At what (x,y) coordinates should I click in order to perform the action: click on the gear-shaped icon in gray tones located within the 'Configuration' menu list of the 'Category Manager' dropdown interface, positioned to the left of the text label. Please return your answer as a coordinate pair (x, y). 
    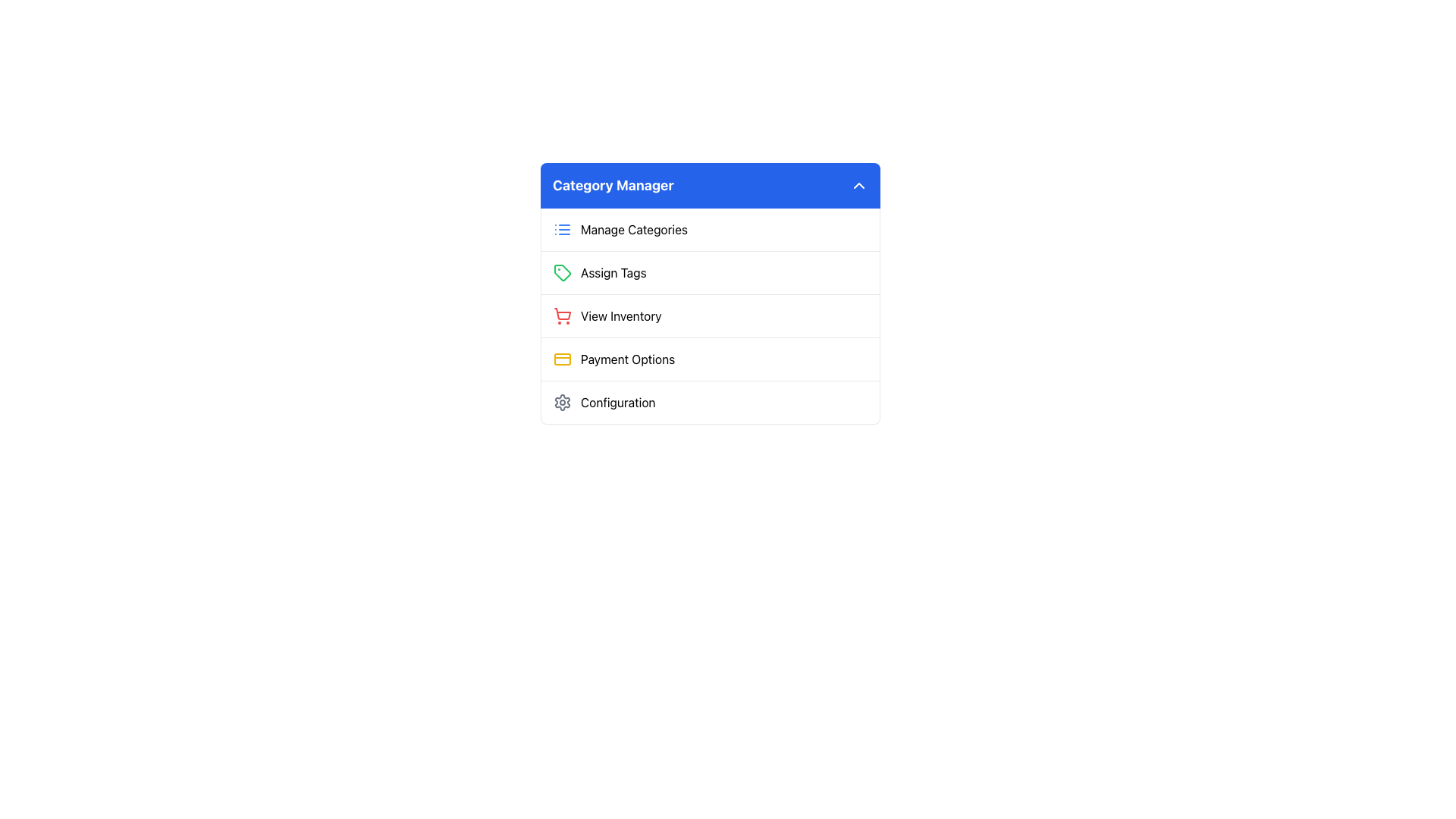
    Looking at the image, I should click on (562, 402).